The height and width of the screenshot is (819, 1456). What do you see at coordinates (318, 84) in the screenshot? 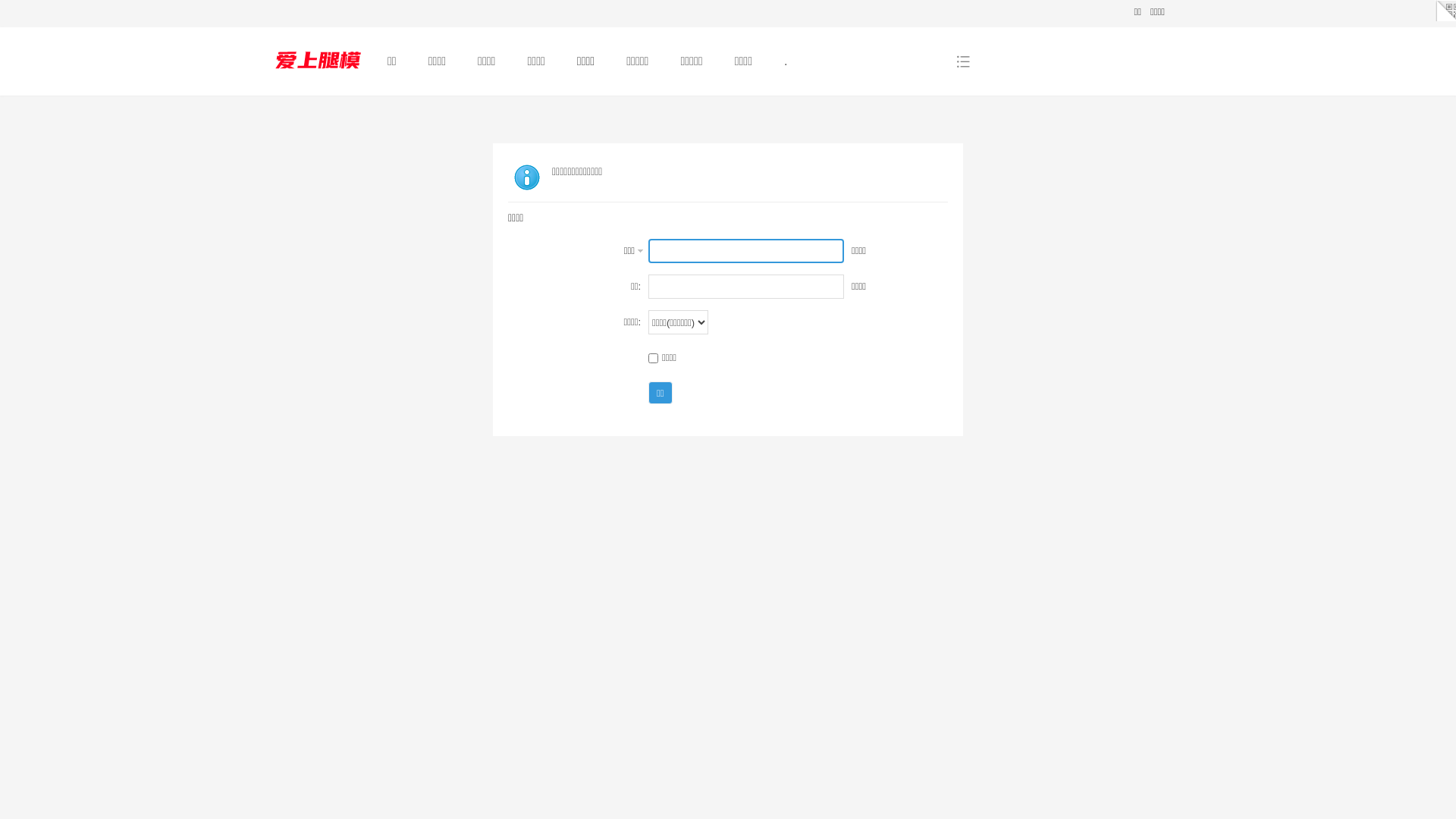
I see `'.'` at bounding box center [318, 84].